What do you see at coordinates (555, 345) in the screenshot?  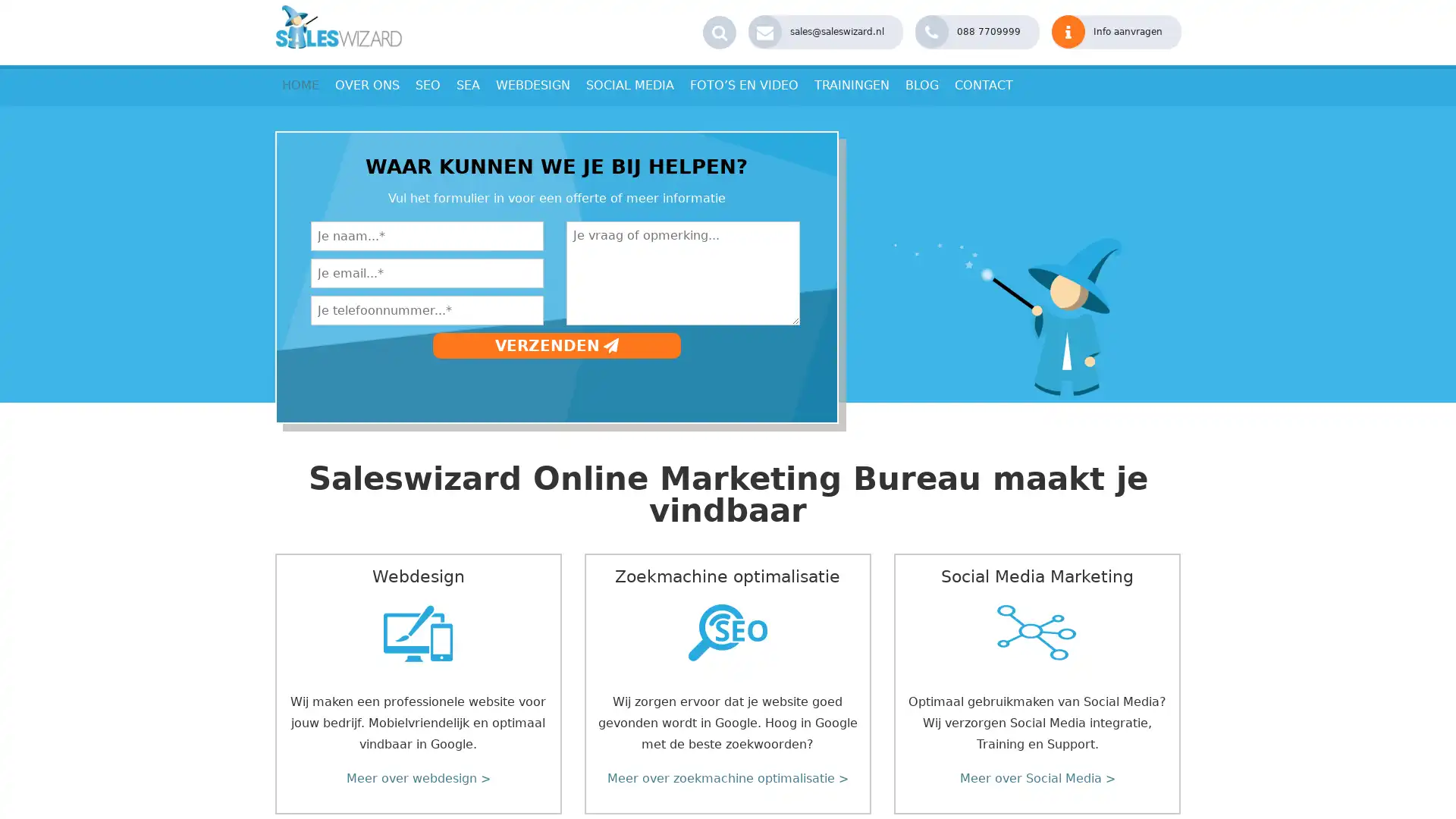 I see `VERZENDEN` at bounding box center [555, 345].